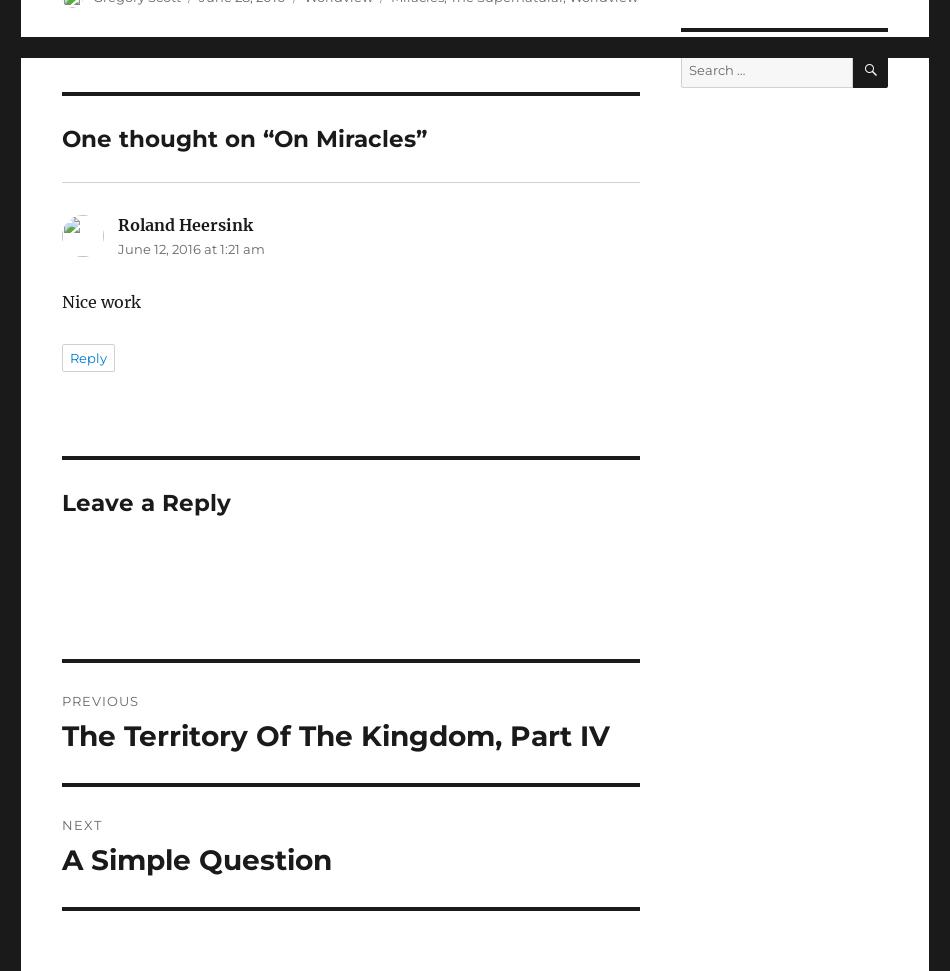  What do you see at coordinates (101, 300) in the screenshot?
I see `'Nice work'` at bounding box center [101, 300].